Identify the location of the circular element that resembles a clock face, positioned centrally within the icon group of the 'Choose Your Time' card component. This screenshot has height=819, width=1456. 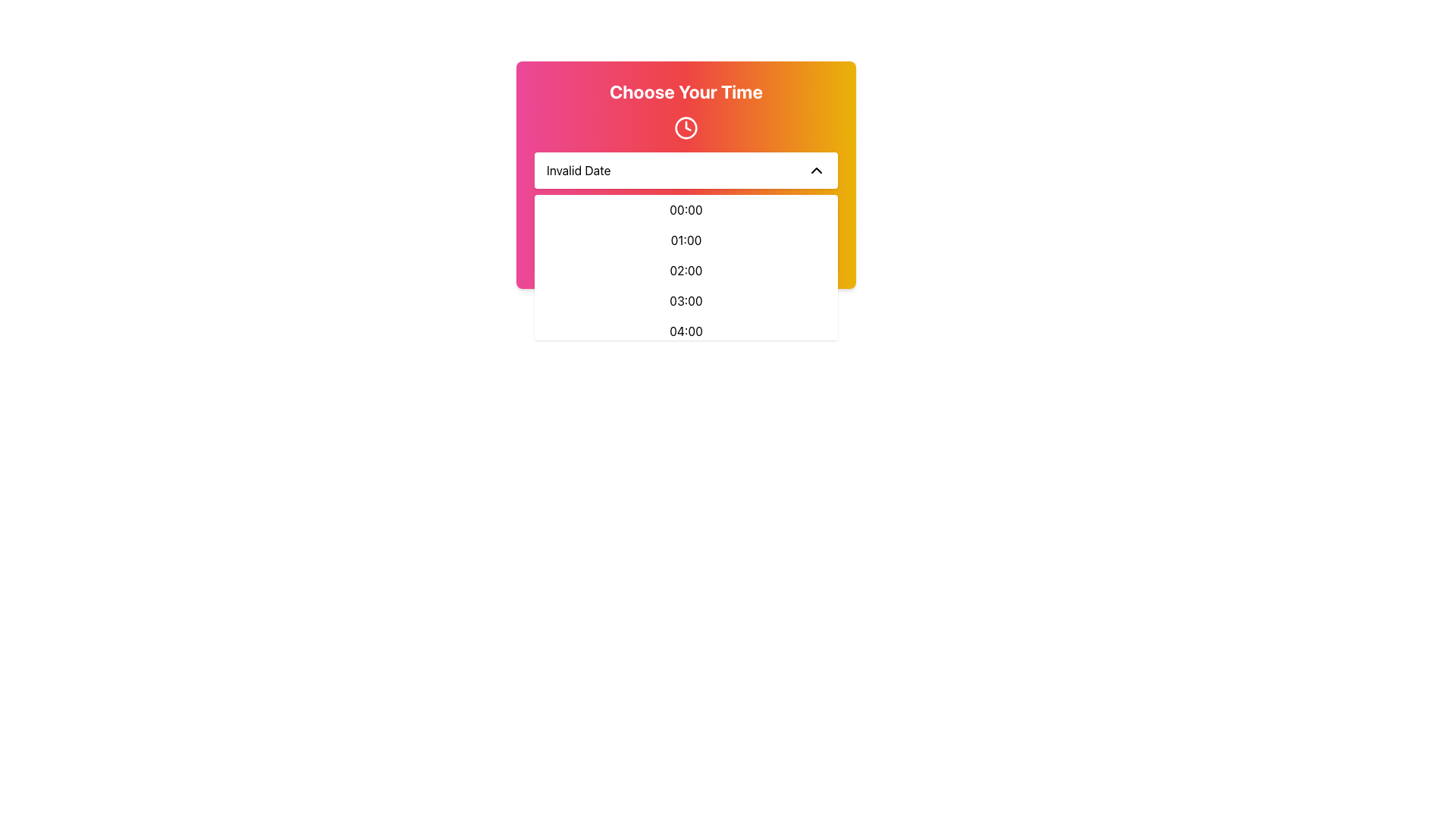
(686, 127).